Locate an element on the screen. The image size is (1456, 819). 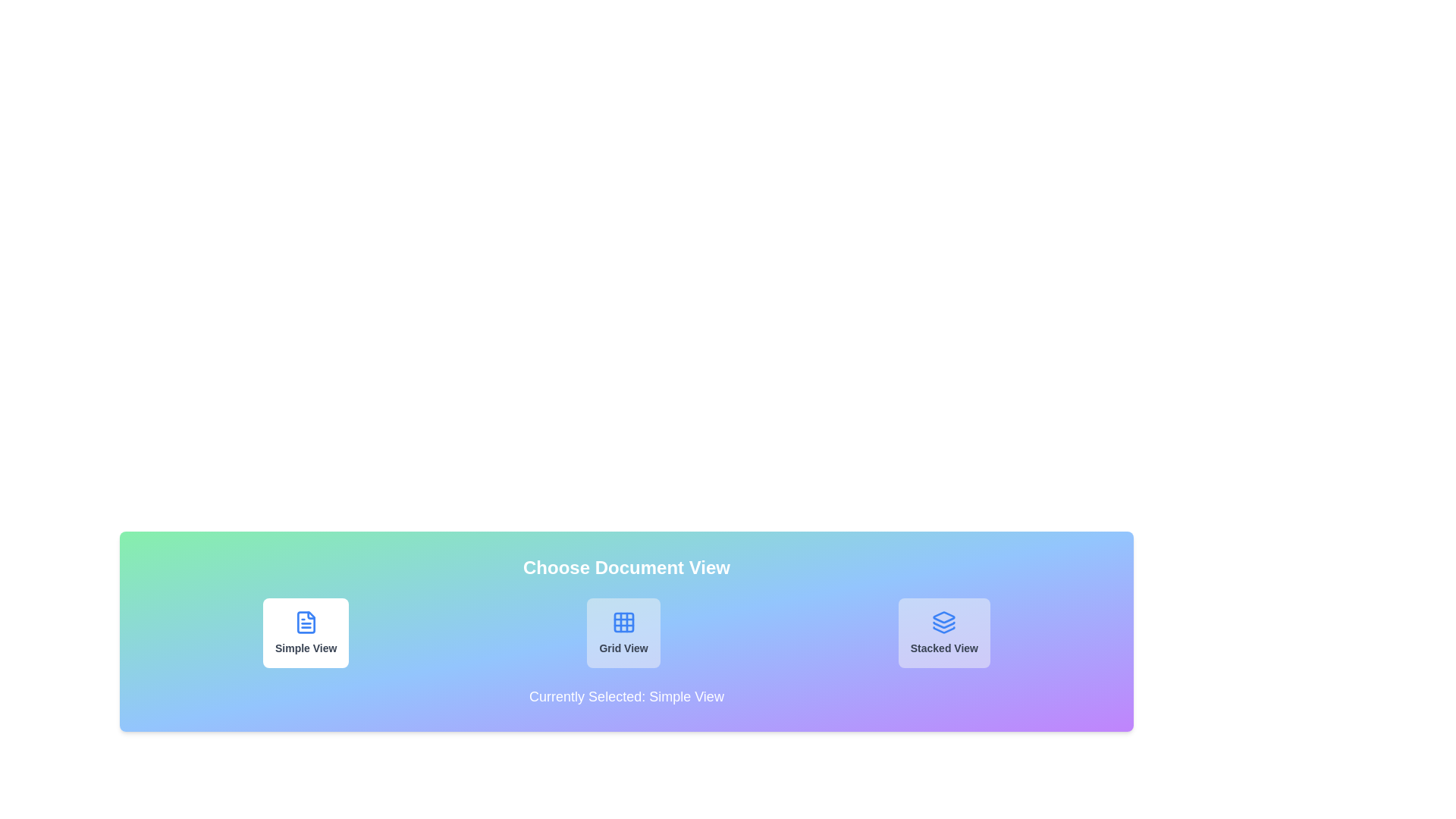
the button corresponding to Stacked View to observe its hover effect is located at coordinates (943, 632).